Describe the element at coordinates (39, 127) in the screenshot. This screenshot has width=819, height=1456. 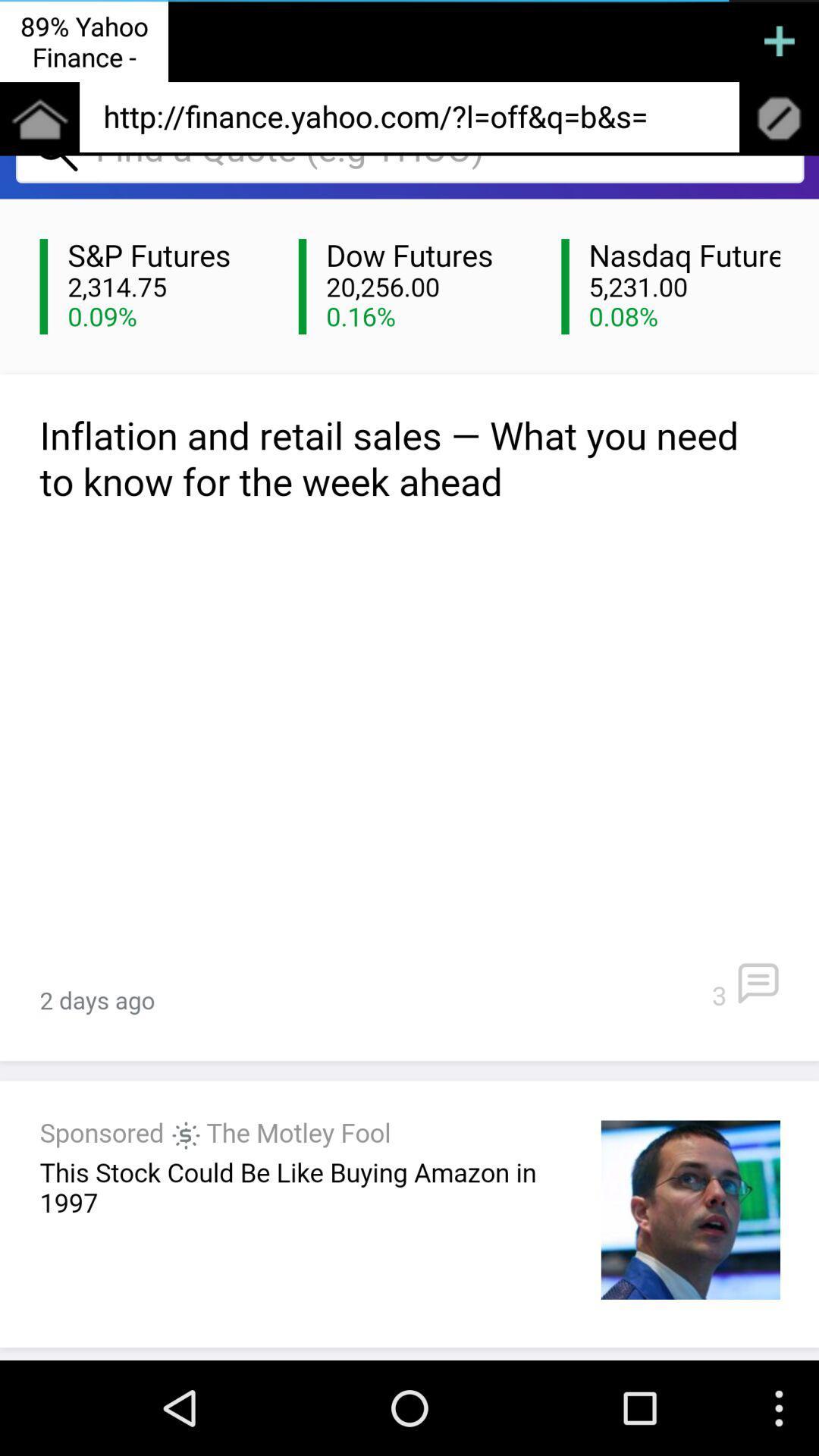
I see `the home icon` at that location.